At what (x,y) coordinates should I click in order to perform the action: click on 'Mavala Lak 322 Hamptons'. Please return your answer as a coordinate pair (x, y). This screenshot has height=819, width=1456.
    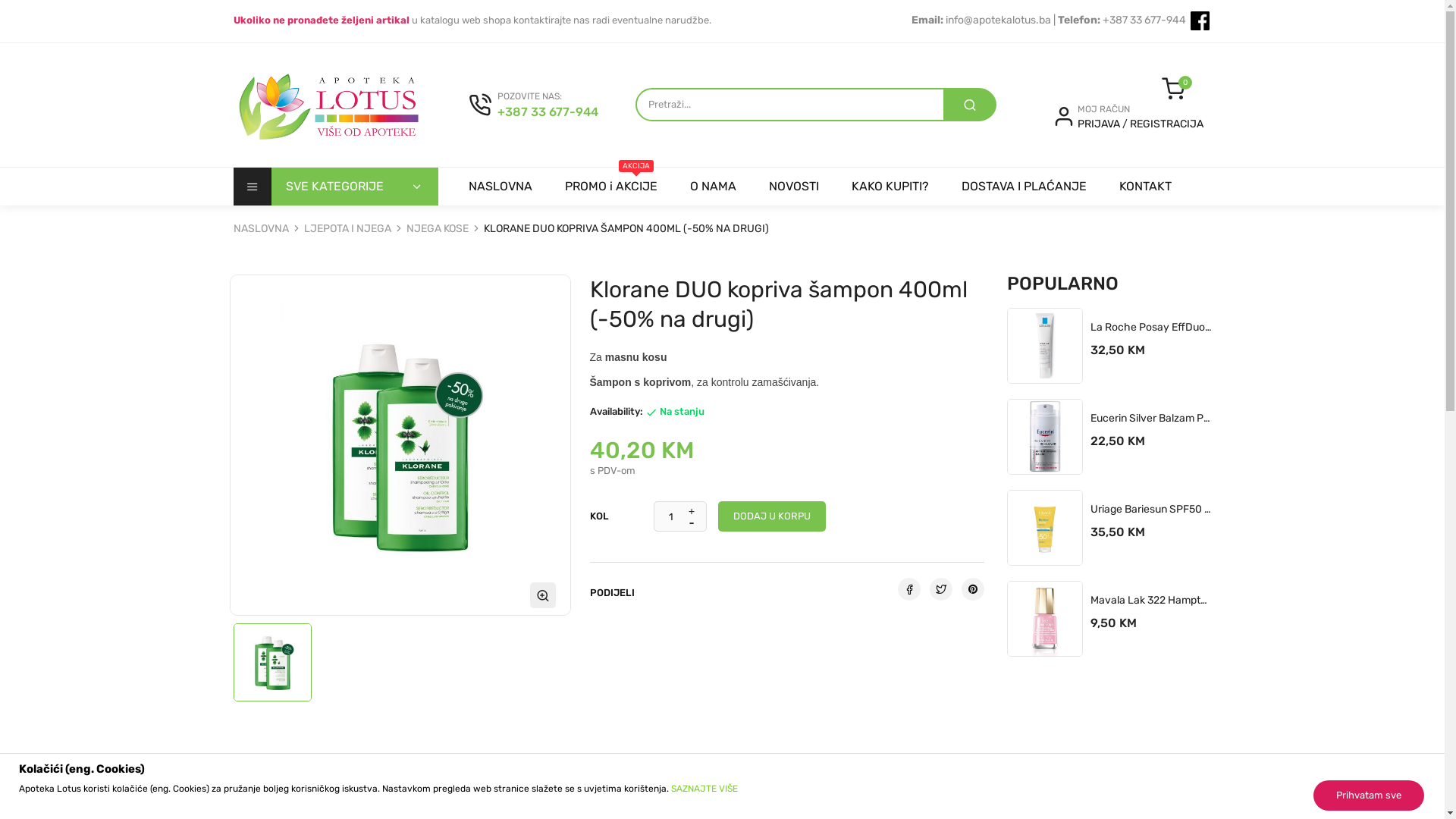
    Looking at the image, I should click on (1150, 601).